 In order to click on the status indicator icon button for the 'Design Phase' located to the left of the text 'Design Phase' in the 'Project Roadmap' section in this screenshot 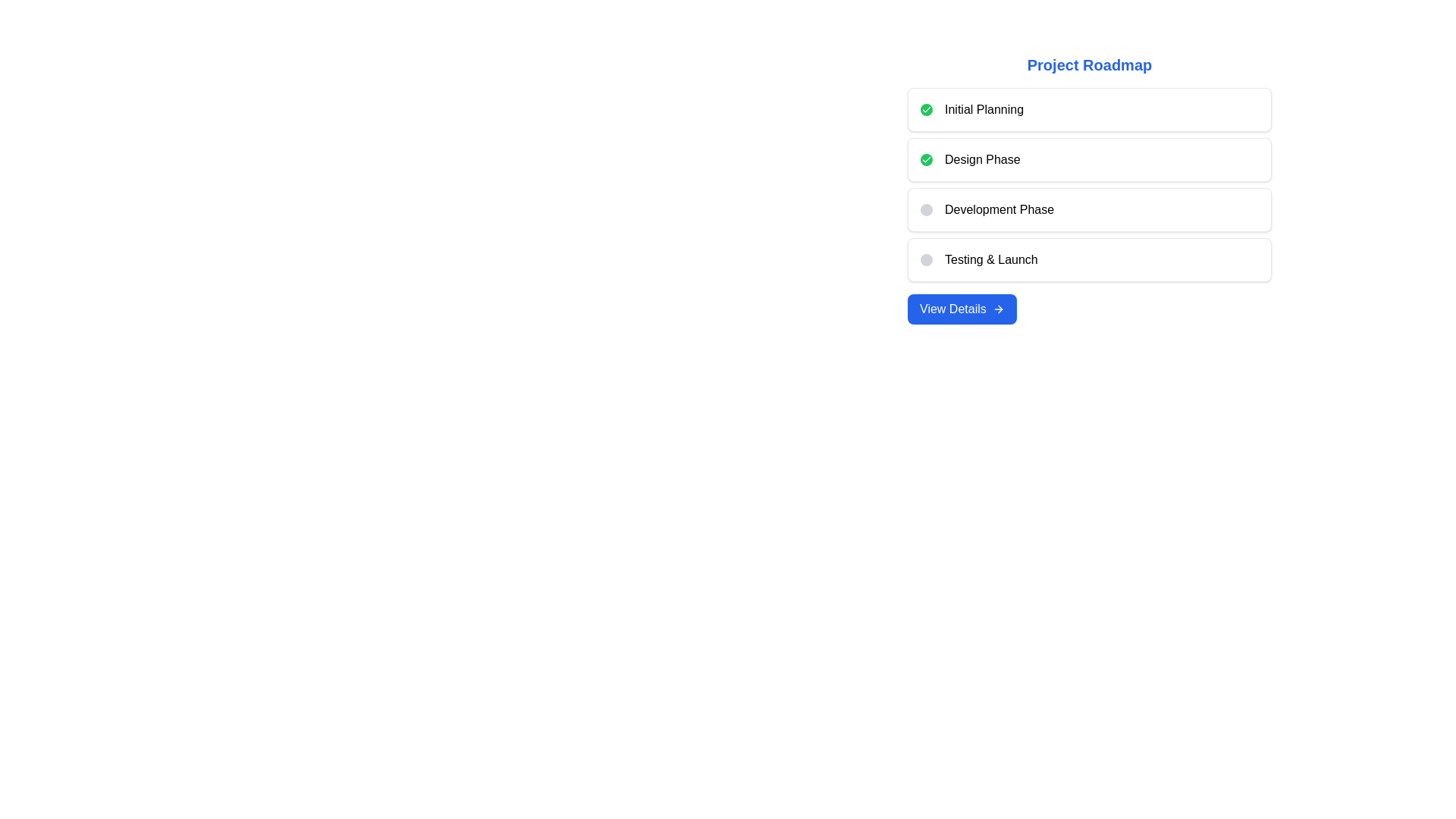, I will do `click(926, 160)`.